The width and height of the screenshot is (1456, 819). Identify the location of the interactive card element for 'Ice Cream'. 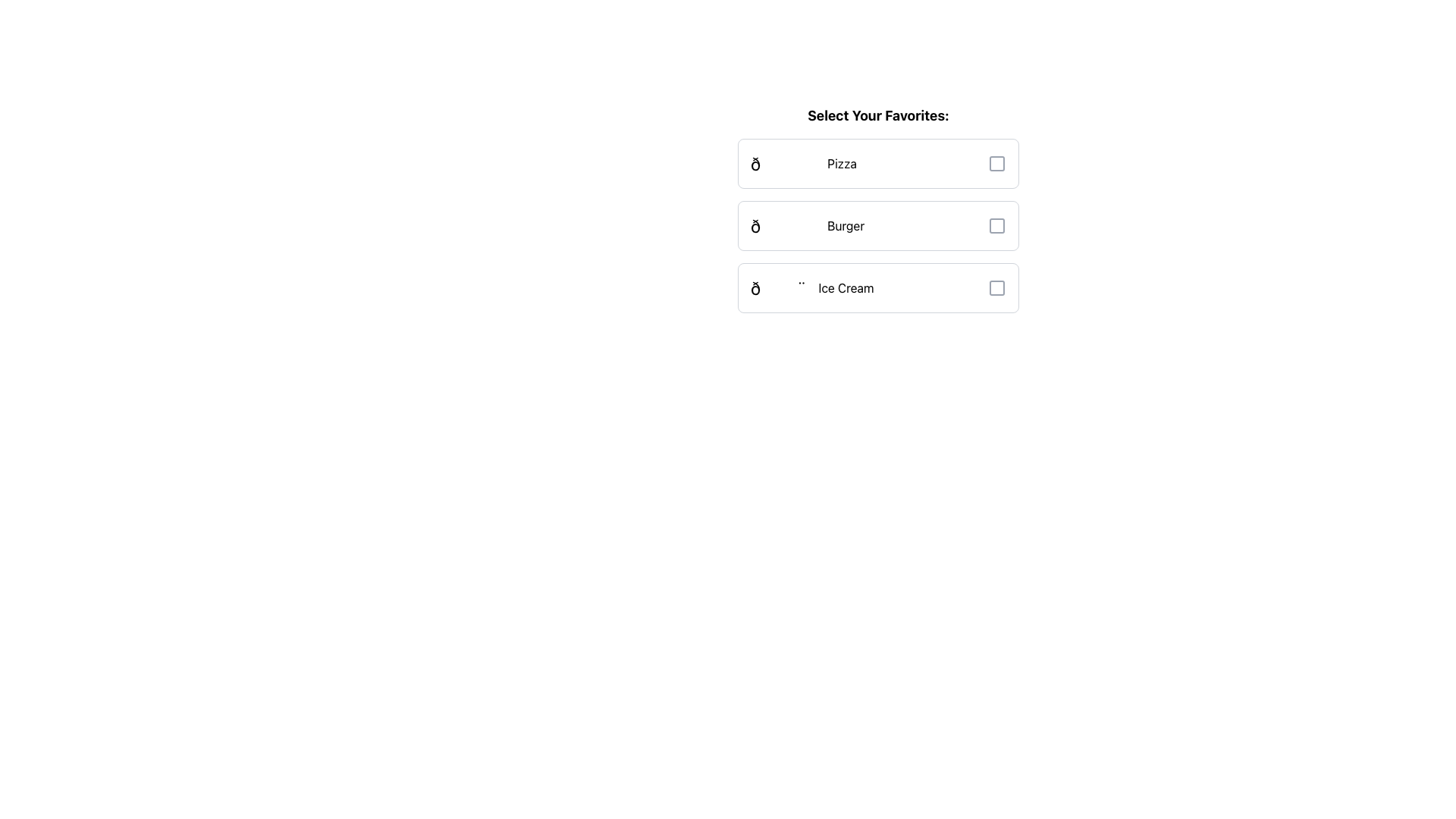
(878, 288).